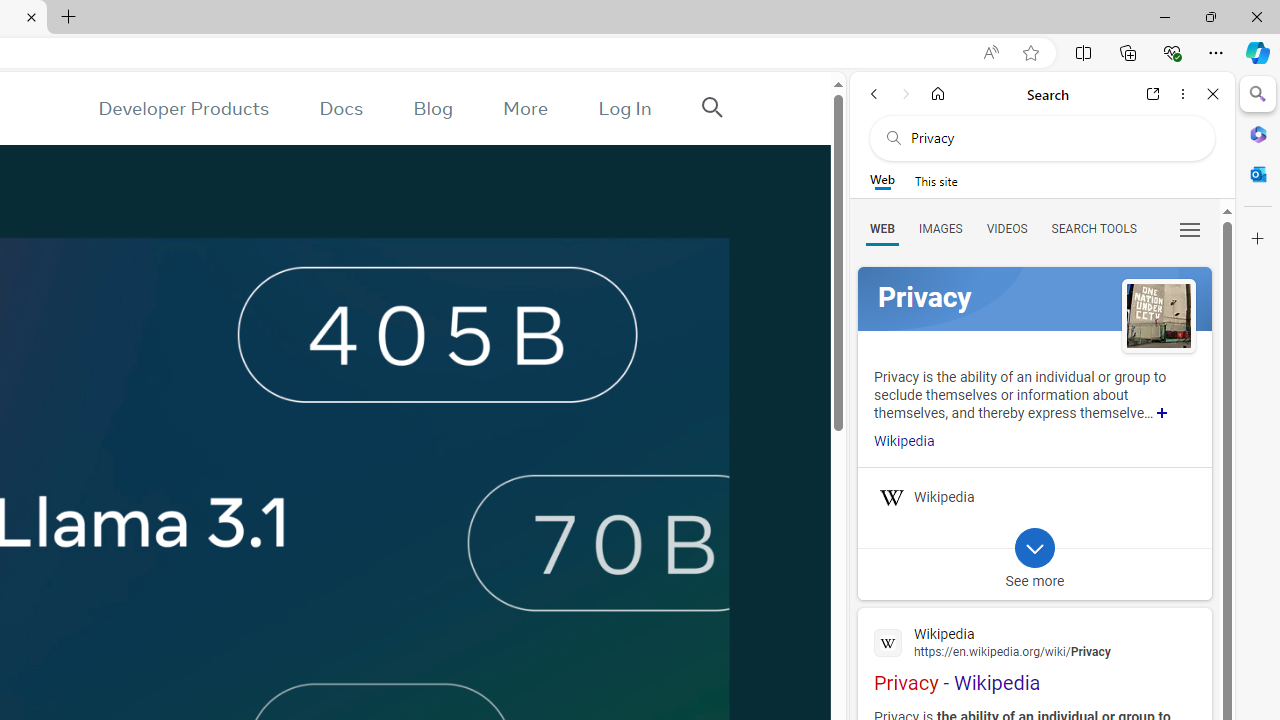 The image size is (1280, 720). What do you see at coordinates (1006, 227) in the screenshot?
I see `'Search Filter, VIDEOS'` at bounding box center [1006, 227].